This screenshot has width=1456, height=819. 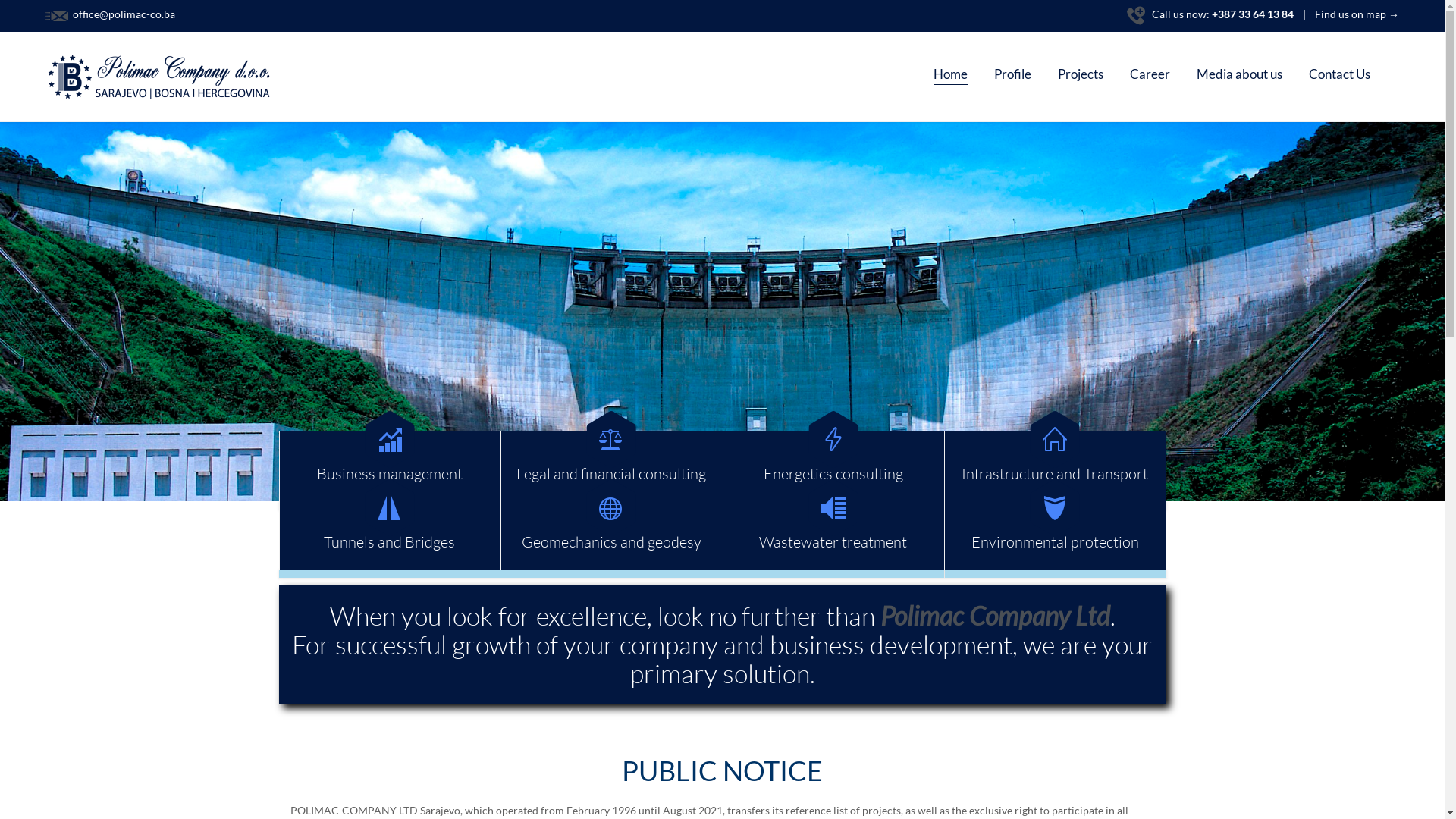 I want to click on ' office@polimac-co.ba', so click(x=123, y=14).